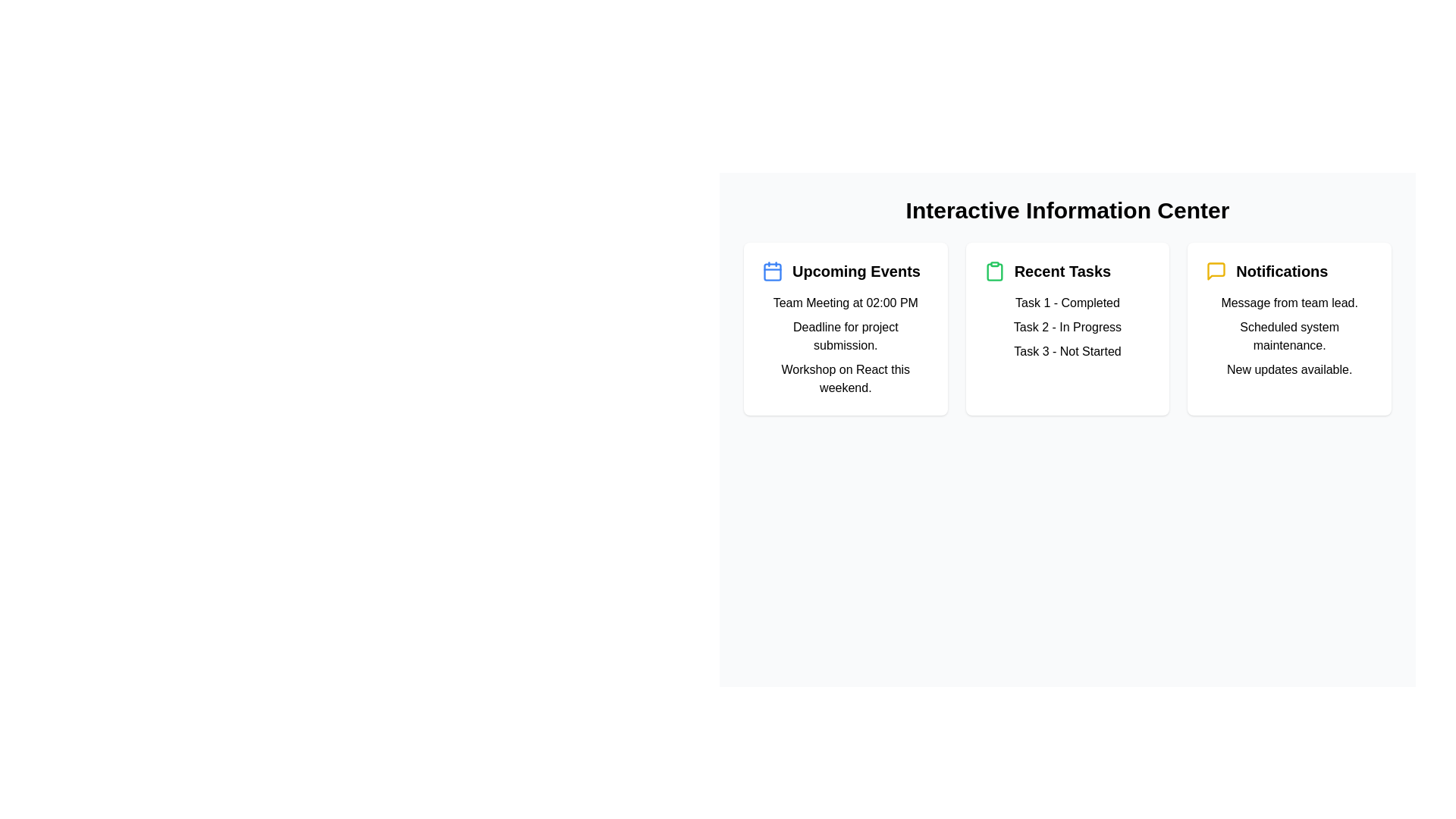 The width and height of the screenshot is (1456, 819). I want to click on the SVG rounded rectangle element that visually represents a day or date within the calendar icon in the first card titled 'Upcoming Events', so click(772, 271).